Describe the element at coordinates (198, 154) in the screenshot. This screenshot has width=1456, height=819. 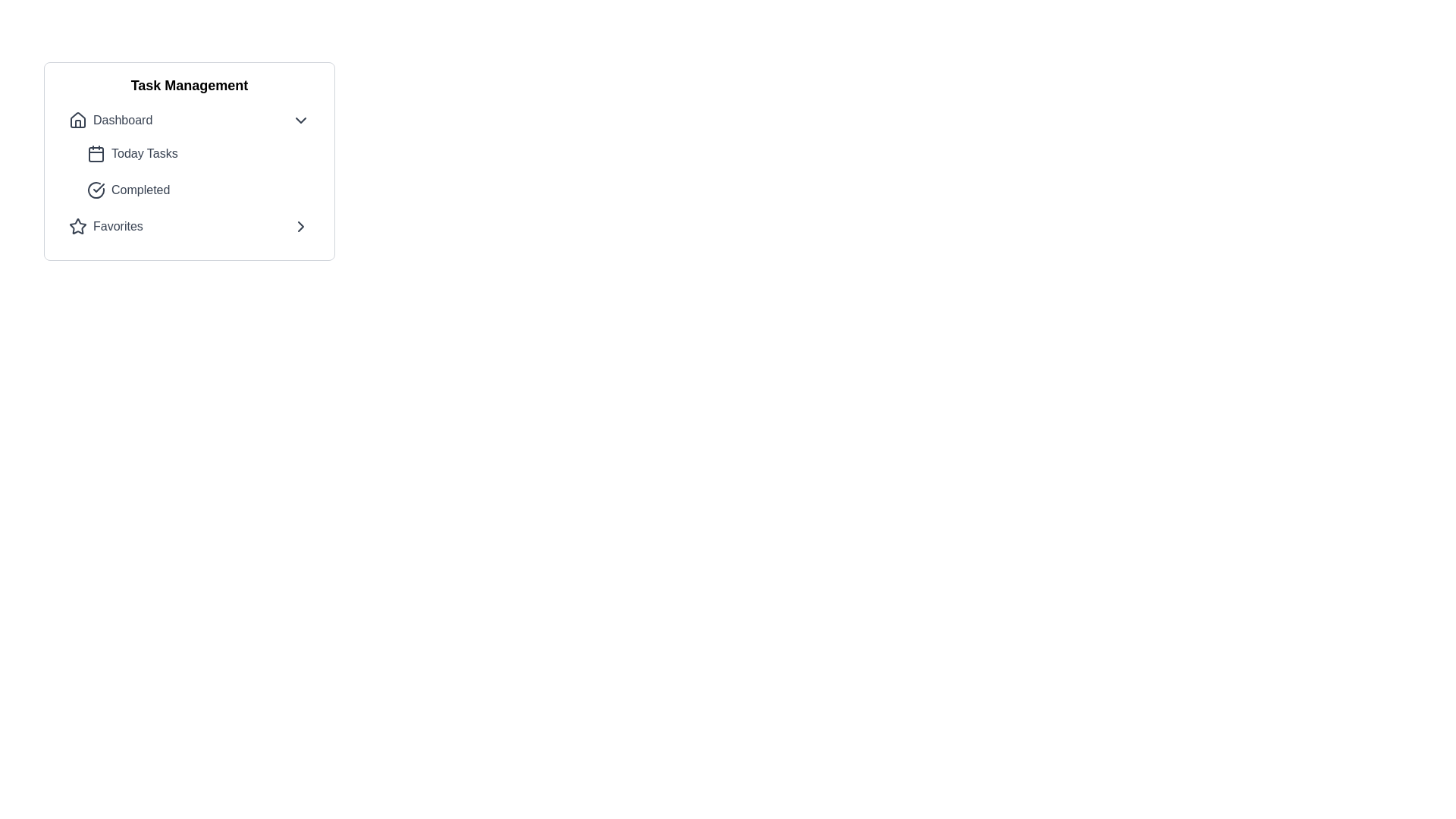
I see `the 'Today Tasks' button located in the vertical menu on the left side of the UI, positioned immediately below the 'Dashboard' item and above the 'Completed' item` at that location.